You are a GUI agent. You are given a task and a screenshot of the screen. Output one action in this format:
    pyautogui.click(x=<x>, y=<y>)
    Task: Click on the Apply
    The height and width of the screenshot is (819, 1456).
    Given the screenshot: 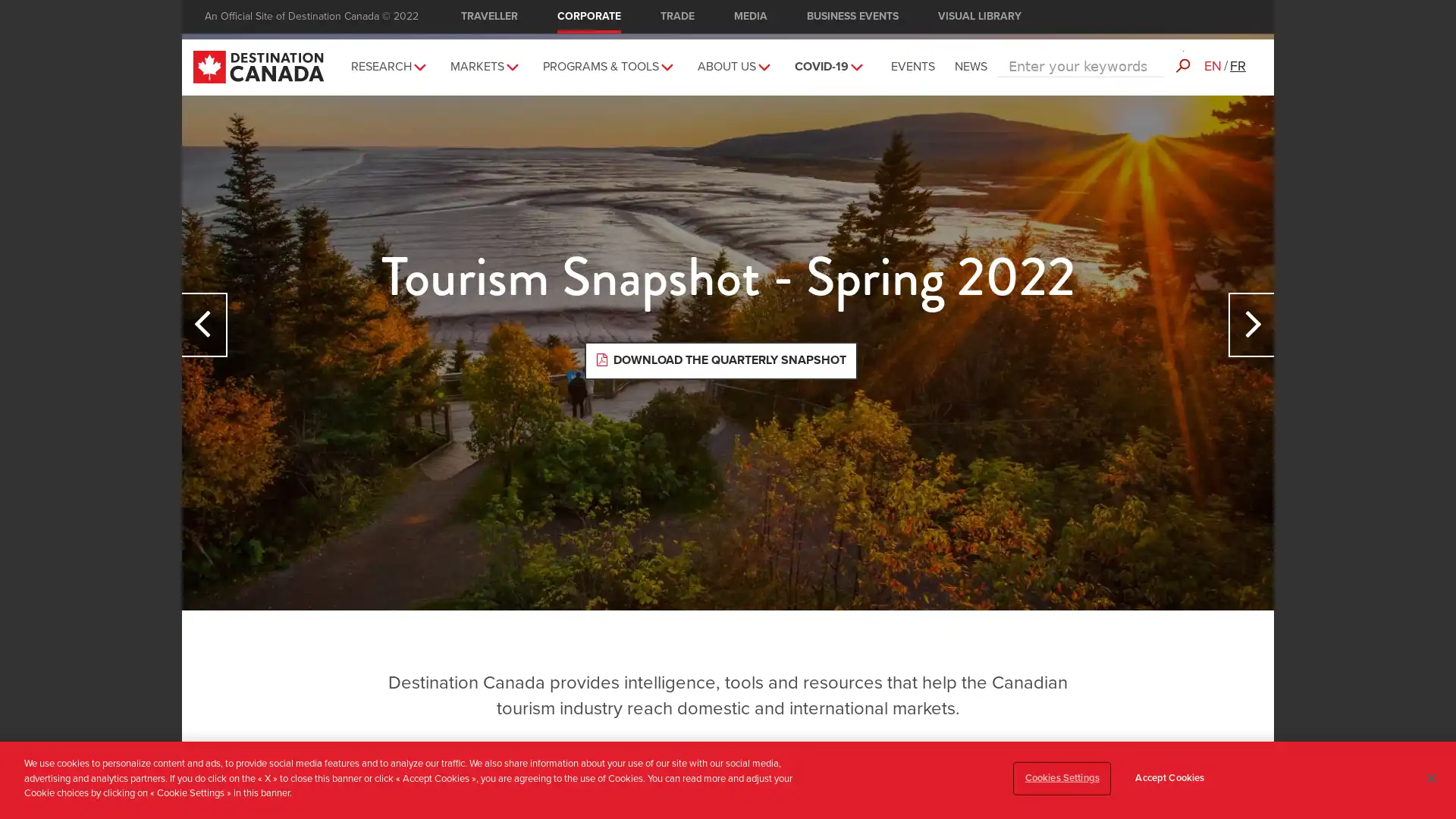 What is the action you would take?
    pyautogui.click(x=1181, y=55)
    